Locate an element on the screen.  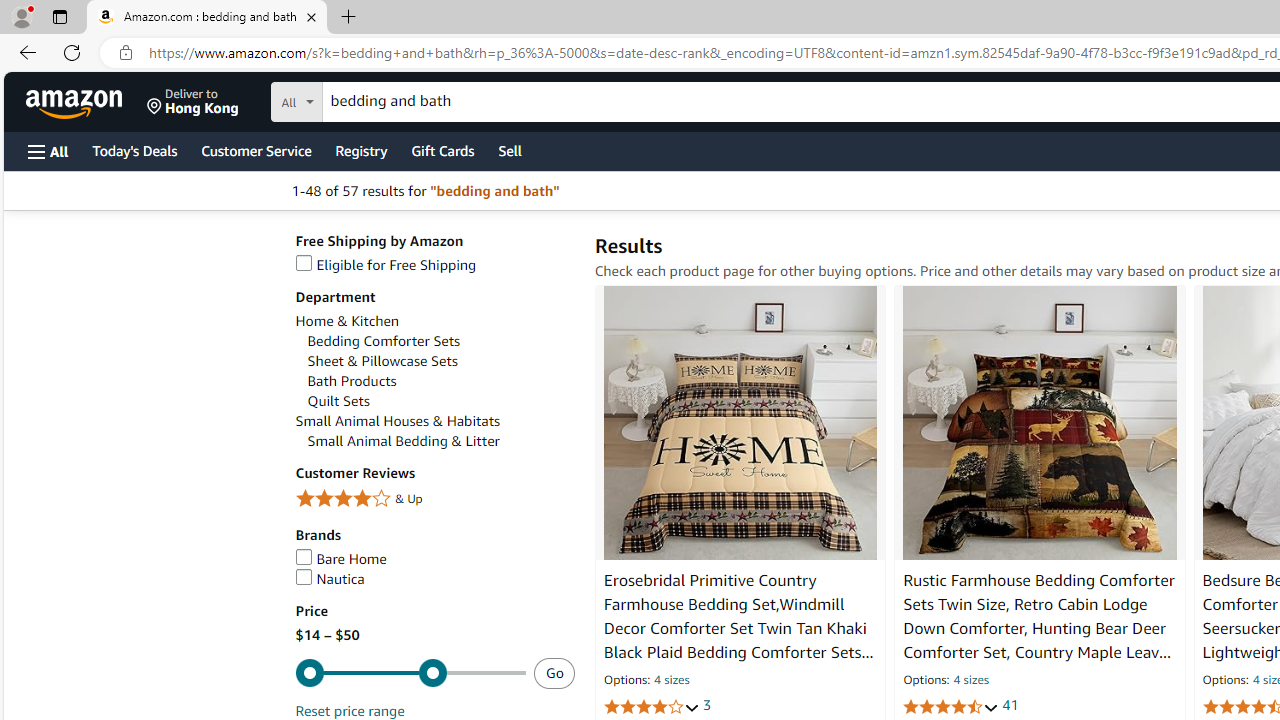
'3.8 out of 5 stars' is located at coordinates (651, 706).